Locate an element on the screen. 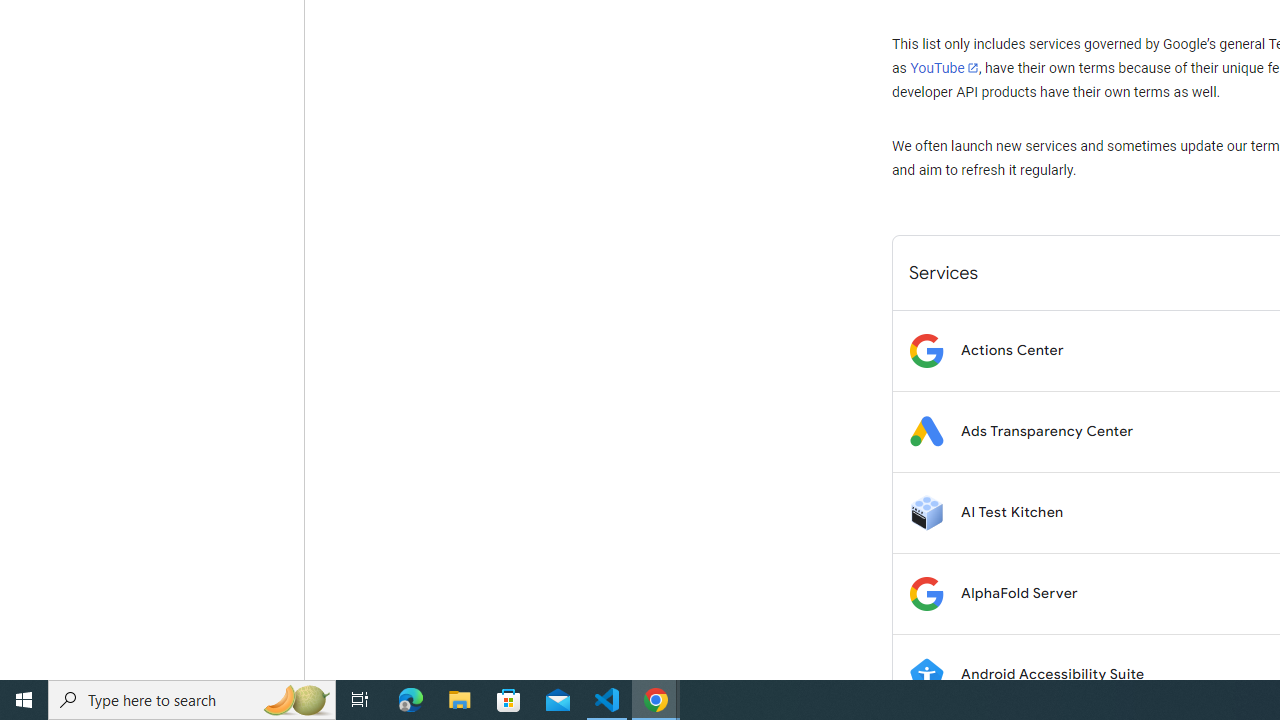 This screenshot has width=1280, height=720. 'Logo for Ads Transparency Center' is located at coordinates (925, 430).